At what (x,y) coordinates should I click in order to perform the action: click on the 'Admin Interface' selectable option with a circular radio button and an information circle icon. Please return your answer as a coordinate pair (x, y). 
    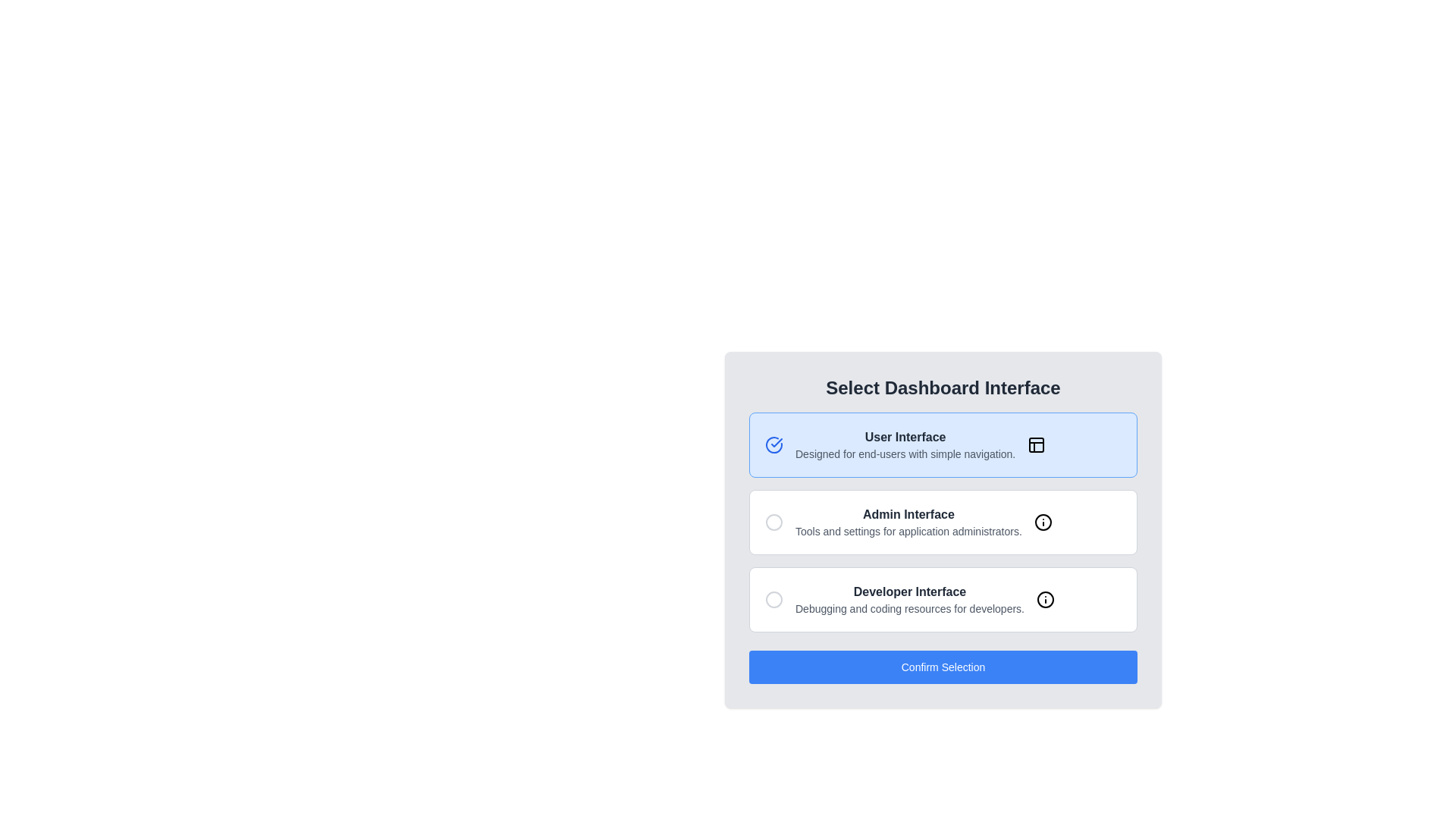
    Looking at the image, I should click on (942, 522).